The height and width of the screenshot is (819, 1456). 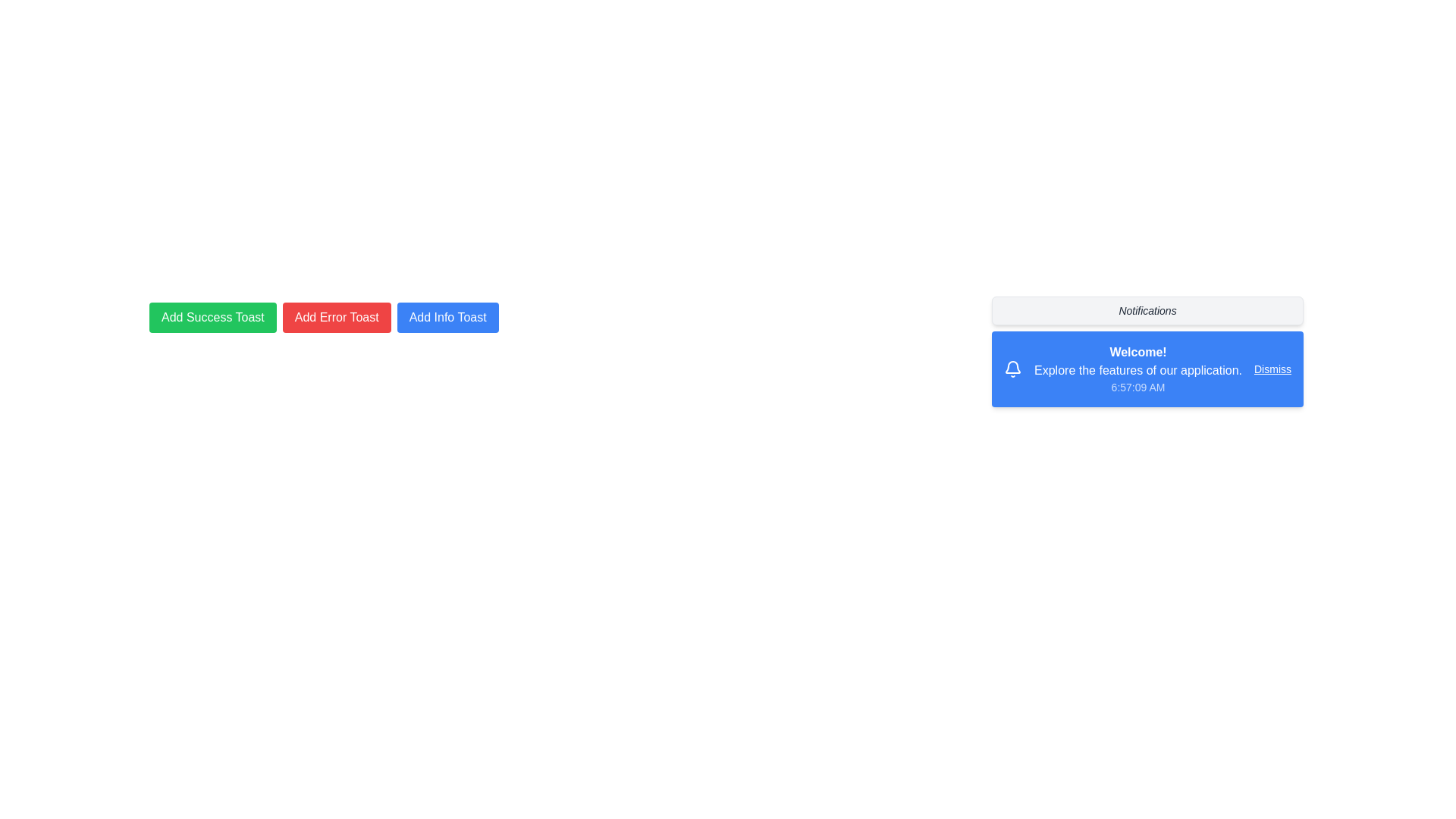 I want to click on the underlined text link labeled 'Dismiss' located in the top-right corner of the notification card to change its text color, so click(x=1272, y=369).